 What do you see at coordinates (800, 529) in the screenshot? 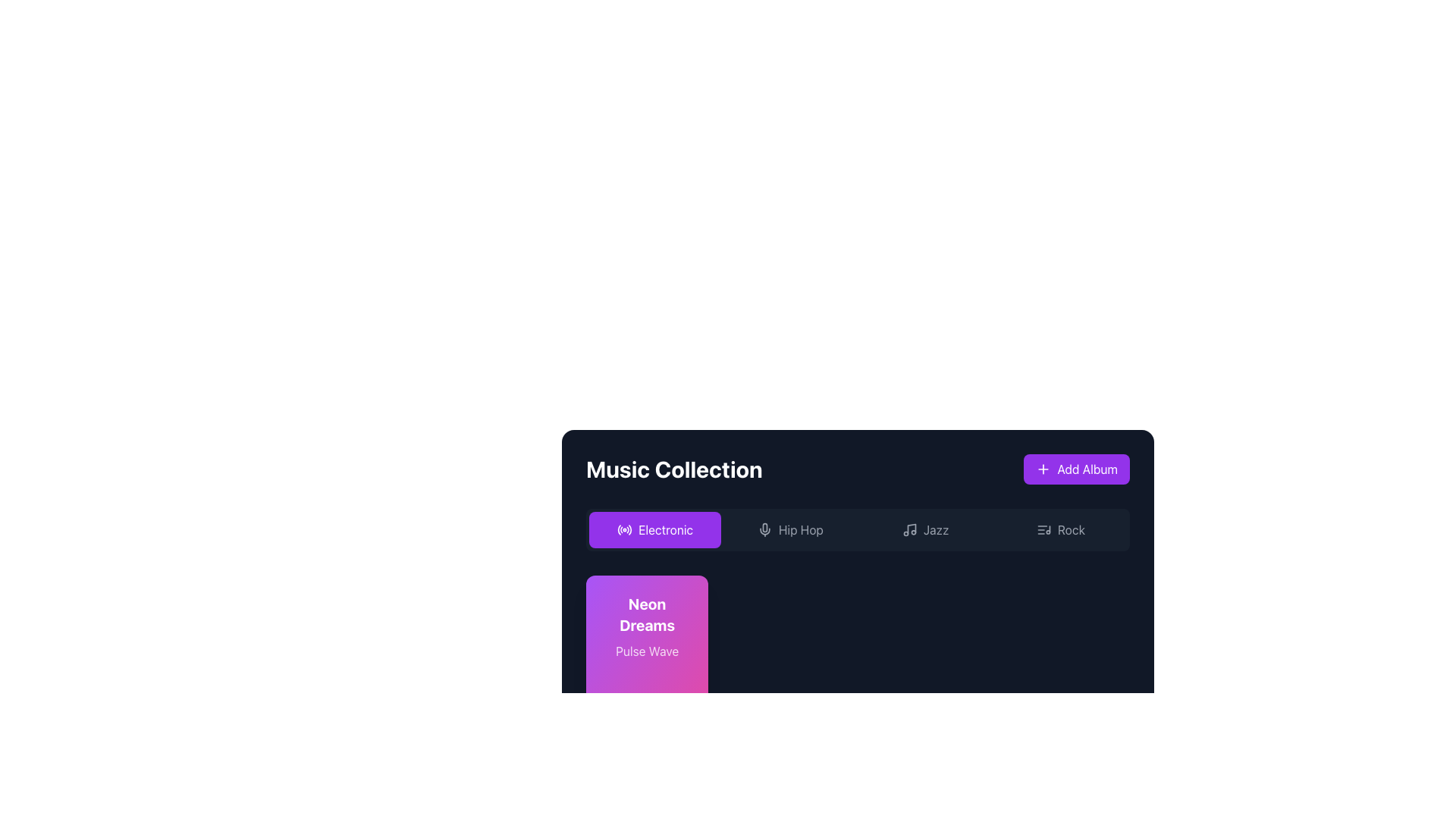
I see `the text label reading 'Hip Hop' in the music genre navigation bar` at bounding box center [800, 529].